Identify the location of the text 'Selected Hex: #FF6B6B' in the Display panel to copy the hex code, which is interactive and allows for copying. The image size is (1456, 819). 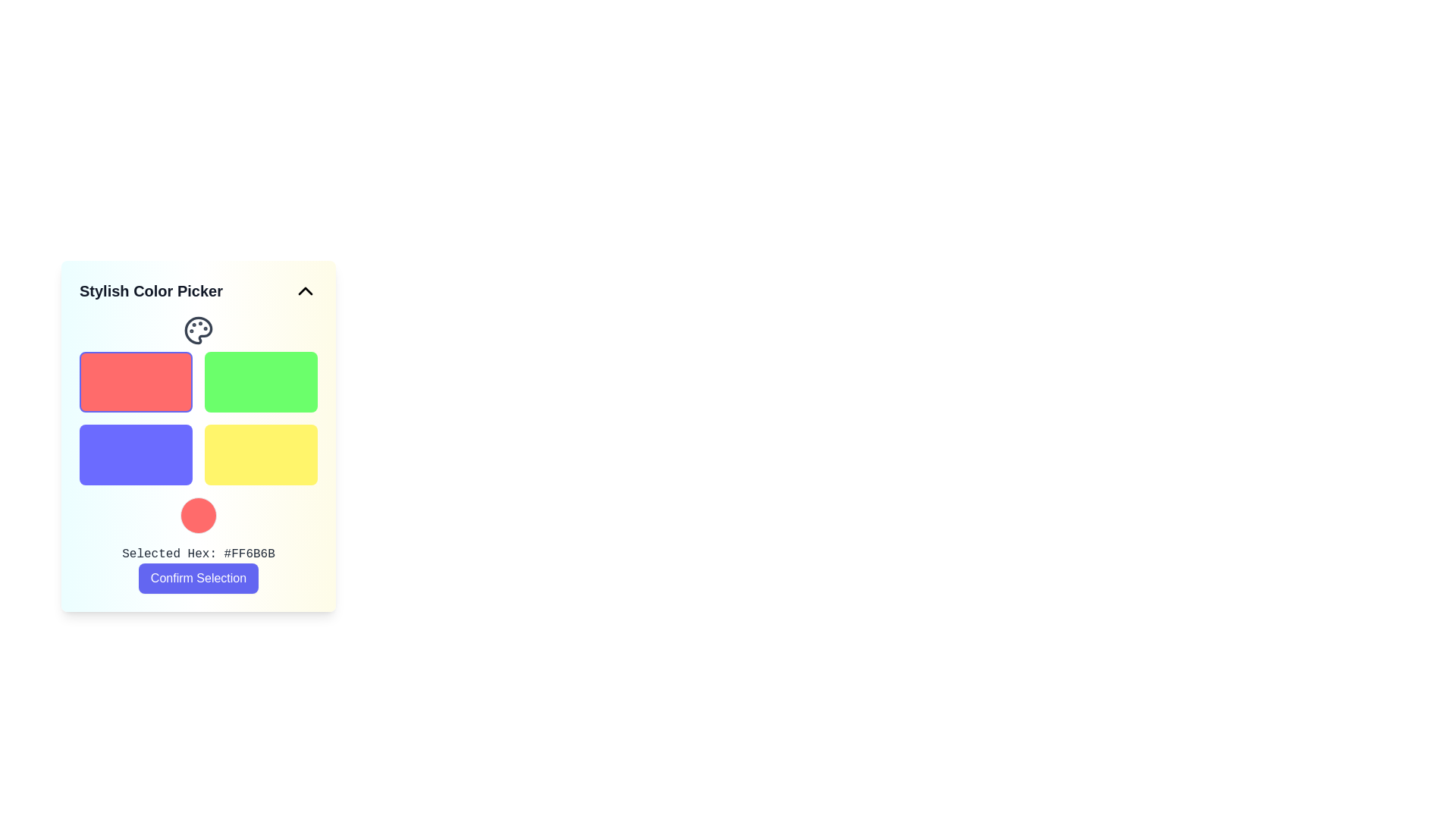
(198, 529).